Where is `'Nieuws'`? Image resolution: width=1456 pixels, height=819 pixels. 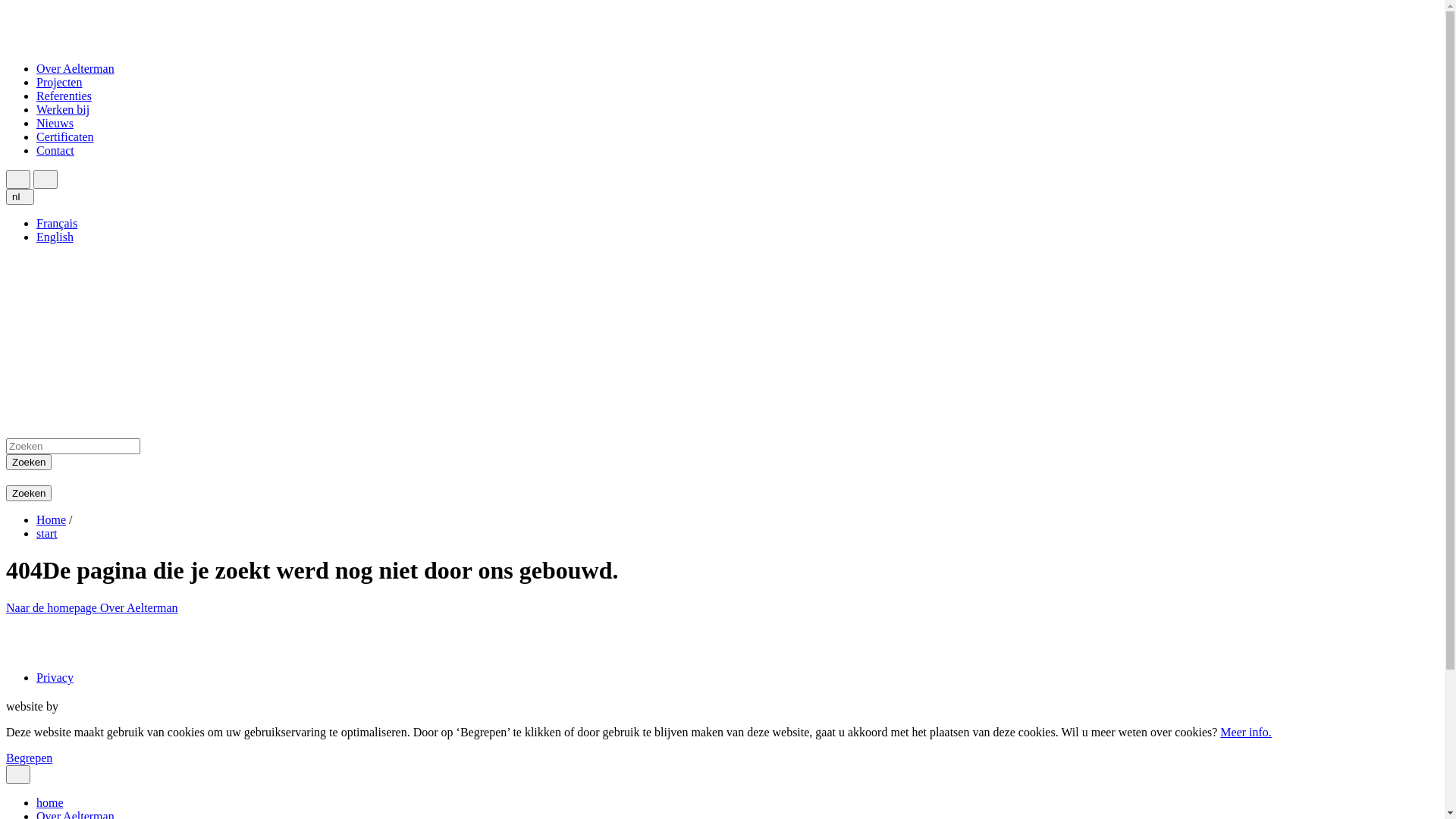 'Nieuws' is located at coordinates (36, 122).